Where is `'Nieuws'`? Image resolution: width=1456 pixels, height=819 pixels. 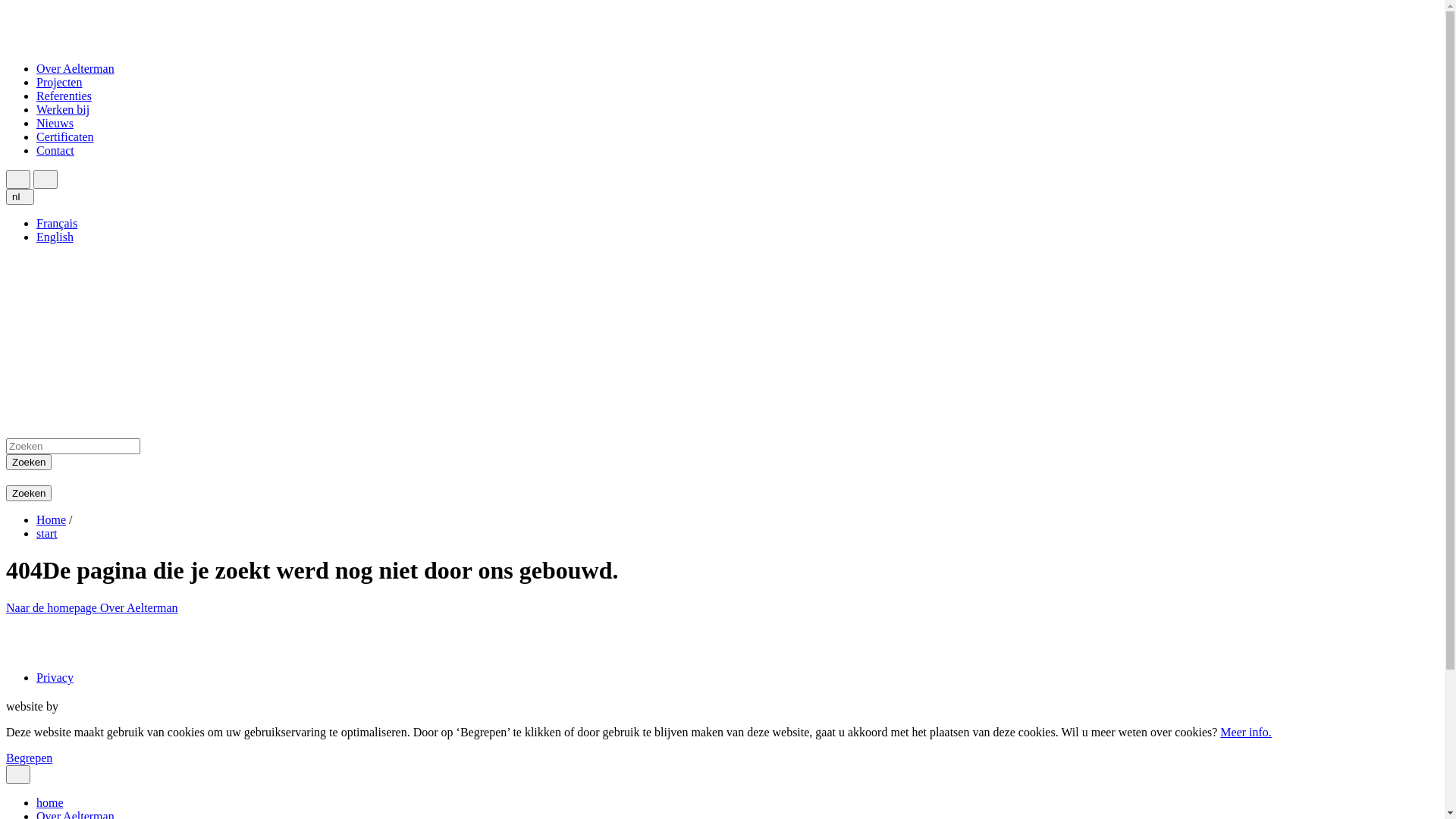 'Nieuws' is located at coordinates (36, 122).